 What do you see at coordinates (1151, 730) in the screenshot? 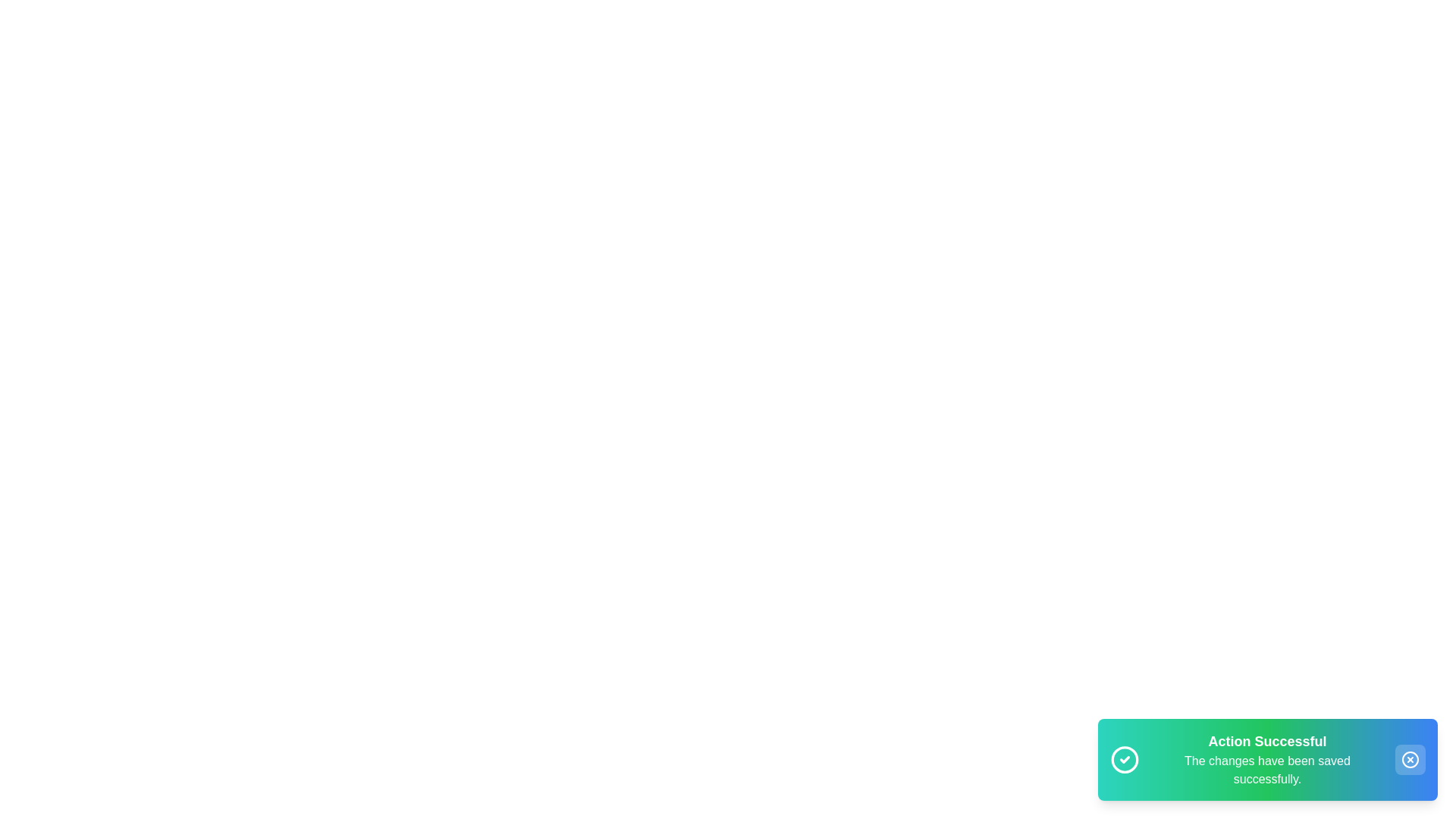
I see `the text displayed in the snackbar using a mouse drag action` at bounding box center [1151, 730].